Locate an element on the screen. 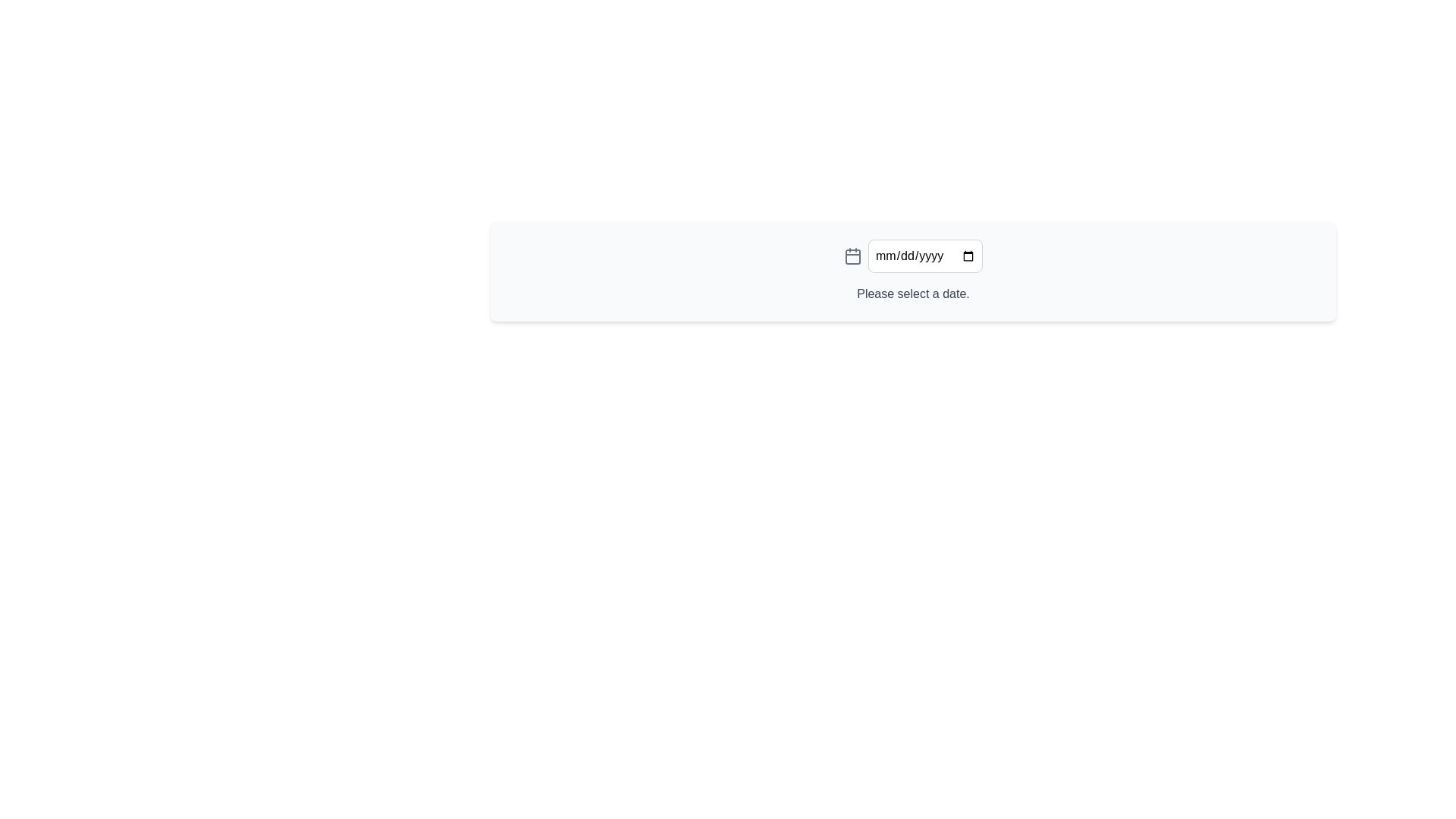 This screenshot has height=819, width=1456. the static text that reads 'Please select a date.', which is styled in gray and positioned below the date input field is located at coordinates (912, 294).